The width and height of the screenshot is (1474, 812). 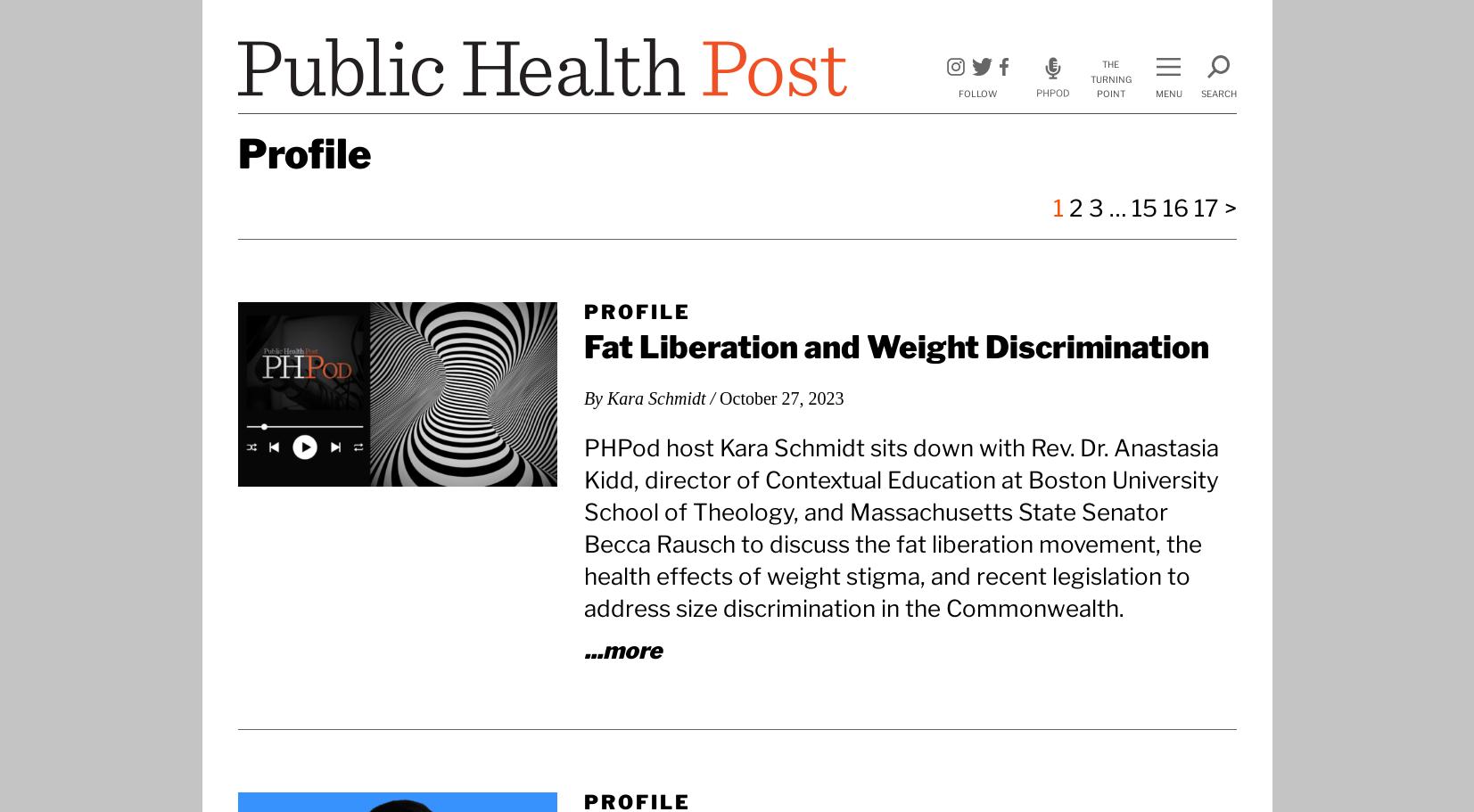 I want to click on '16', so click(x=1174, y=208).